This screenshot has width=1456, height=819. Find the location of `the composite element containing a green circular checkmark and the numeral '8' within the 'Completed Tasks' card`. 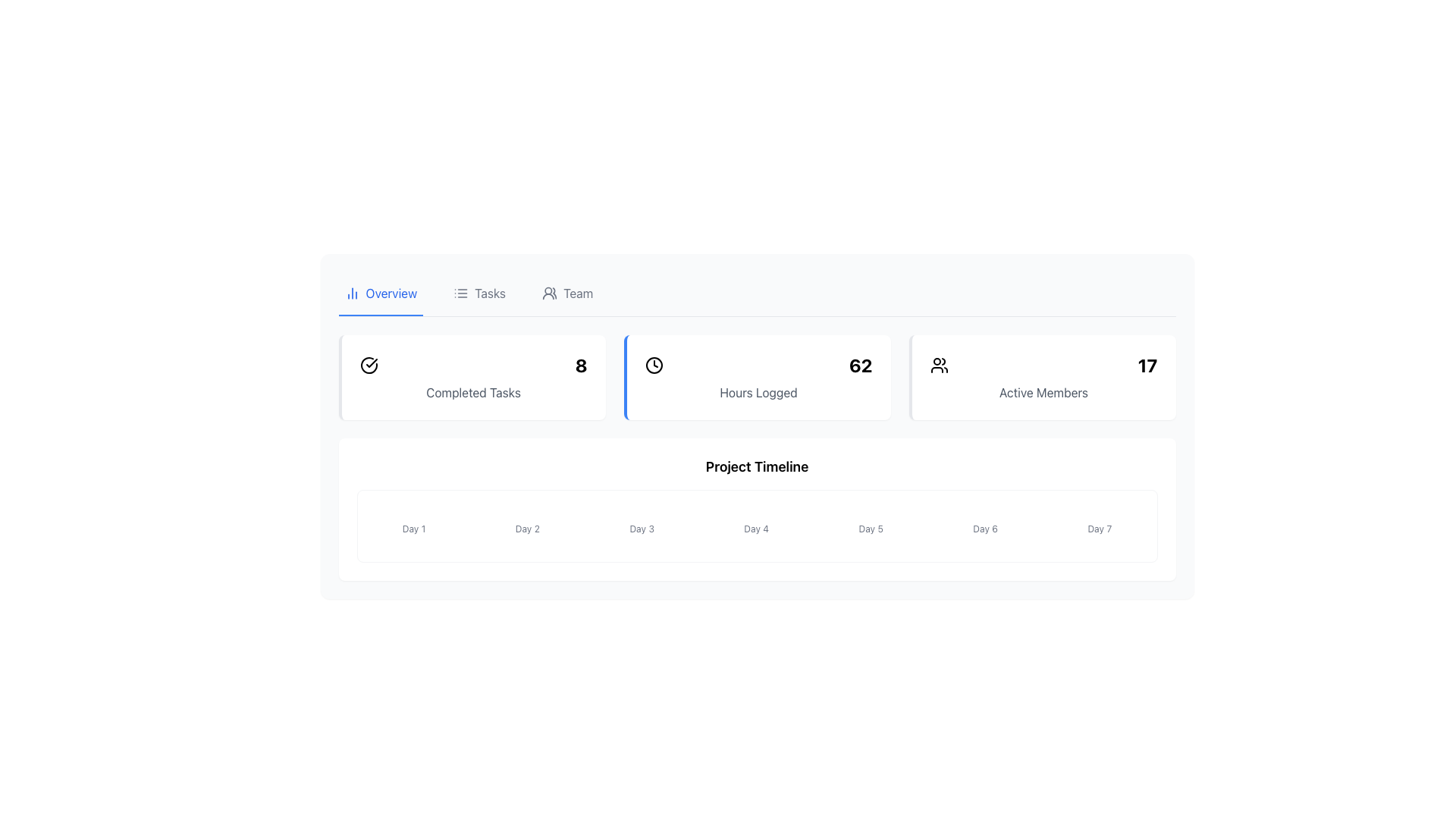

the composite element containing a green circular checkmark and the numeral '8' within the 'Completed Tasks' card is located at coordinates (472, 366).